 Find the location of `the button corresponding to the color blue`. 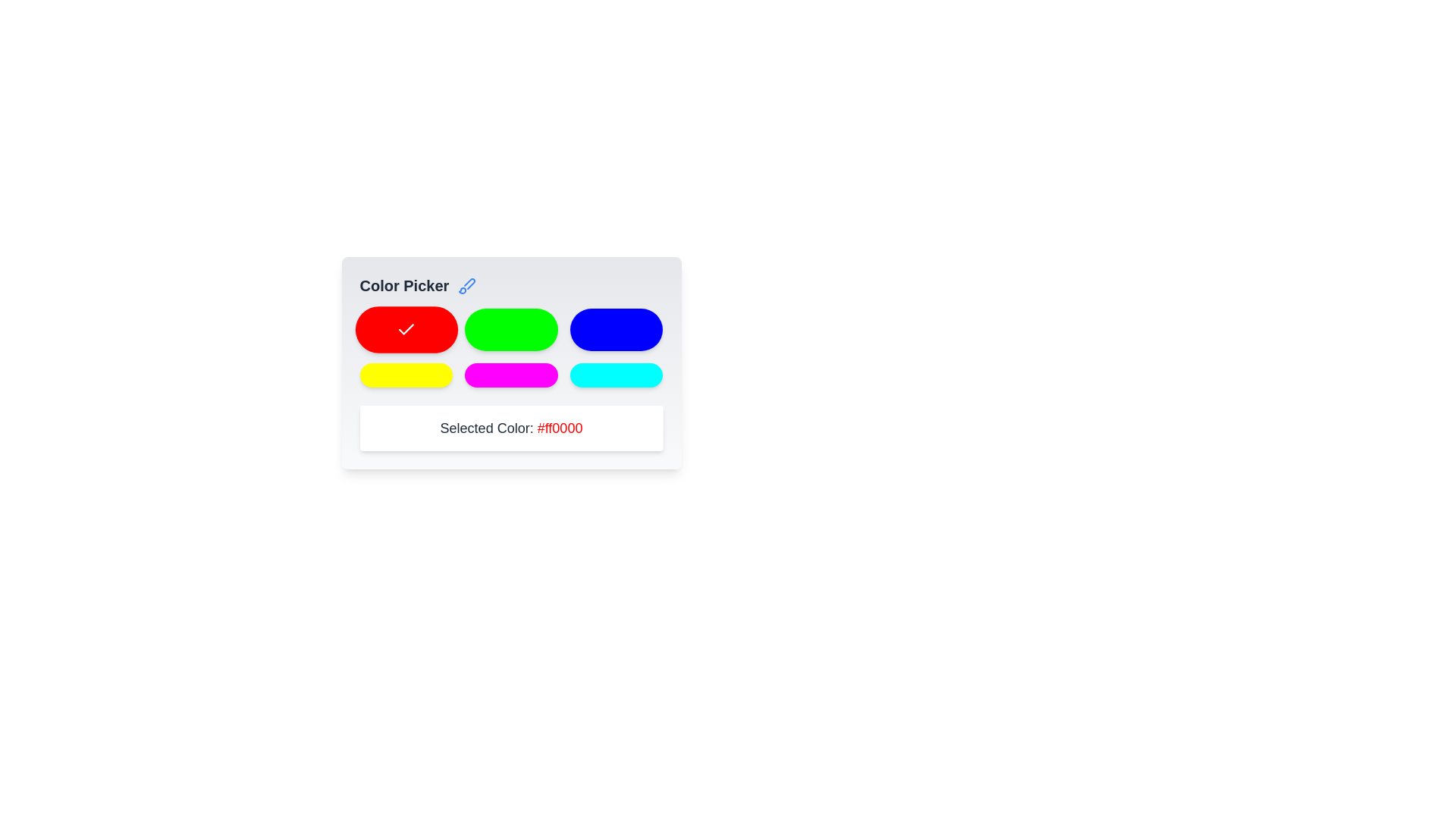

the button corresponding to the color blue is located at coordinates (617, 329).